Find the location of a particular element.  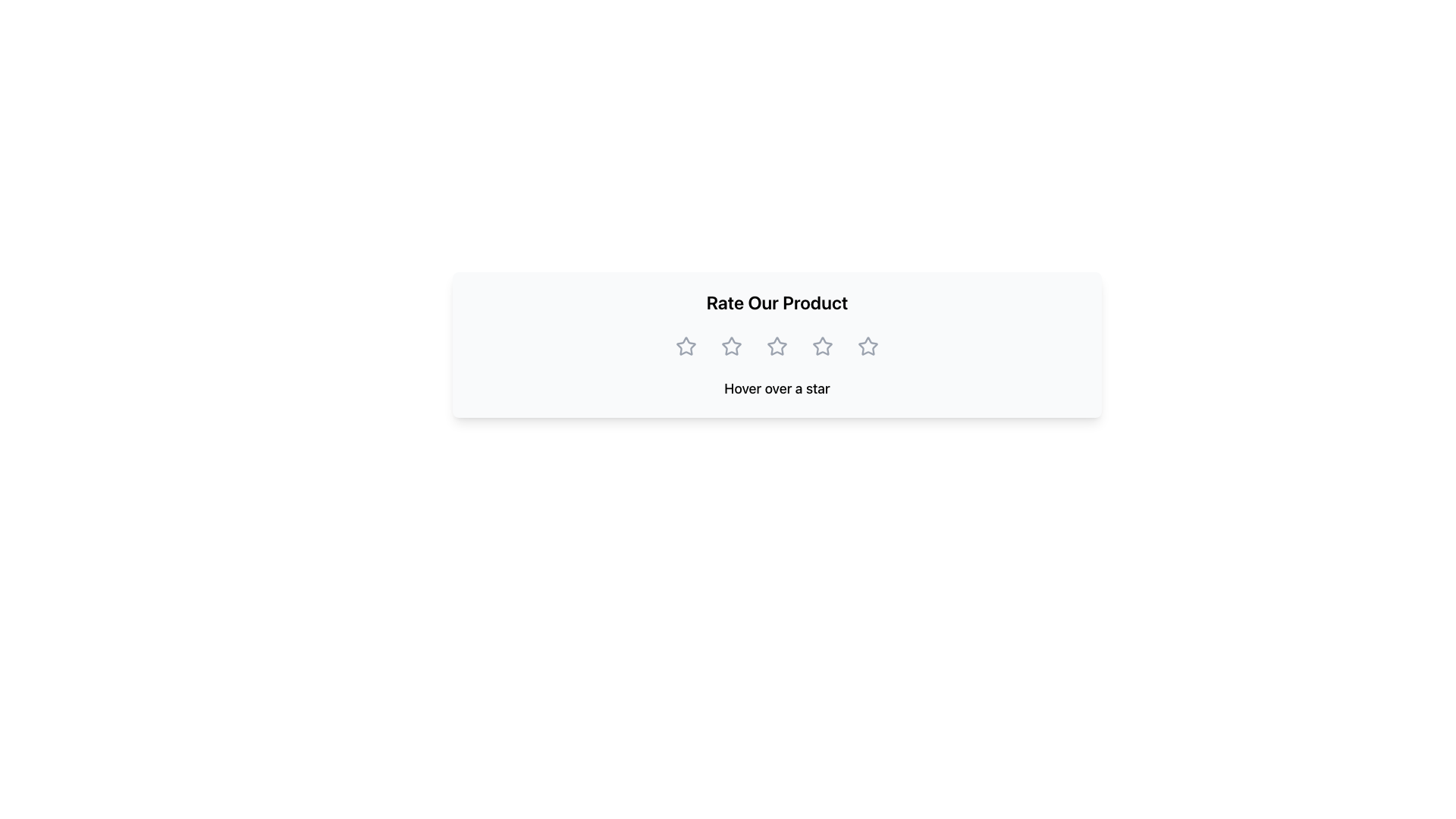

the fourth gray star icon in the interactive star rating section located under the 'Rate Our Product' heading to rate it is located at coordinates (821, 346).